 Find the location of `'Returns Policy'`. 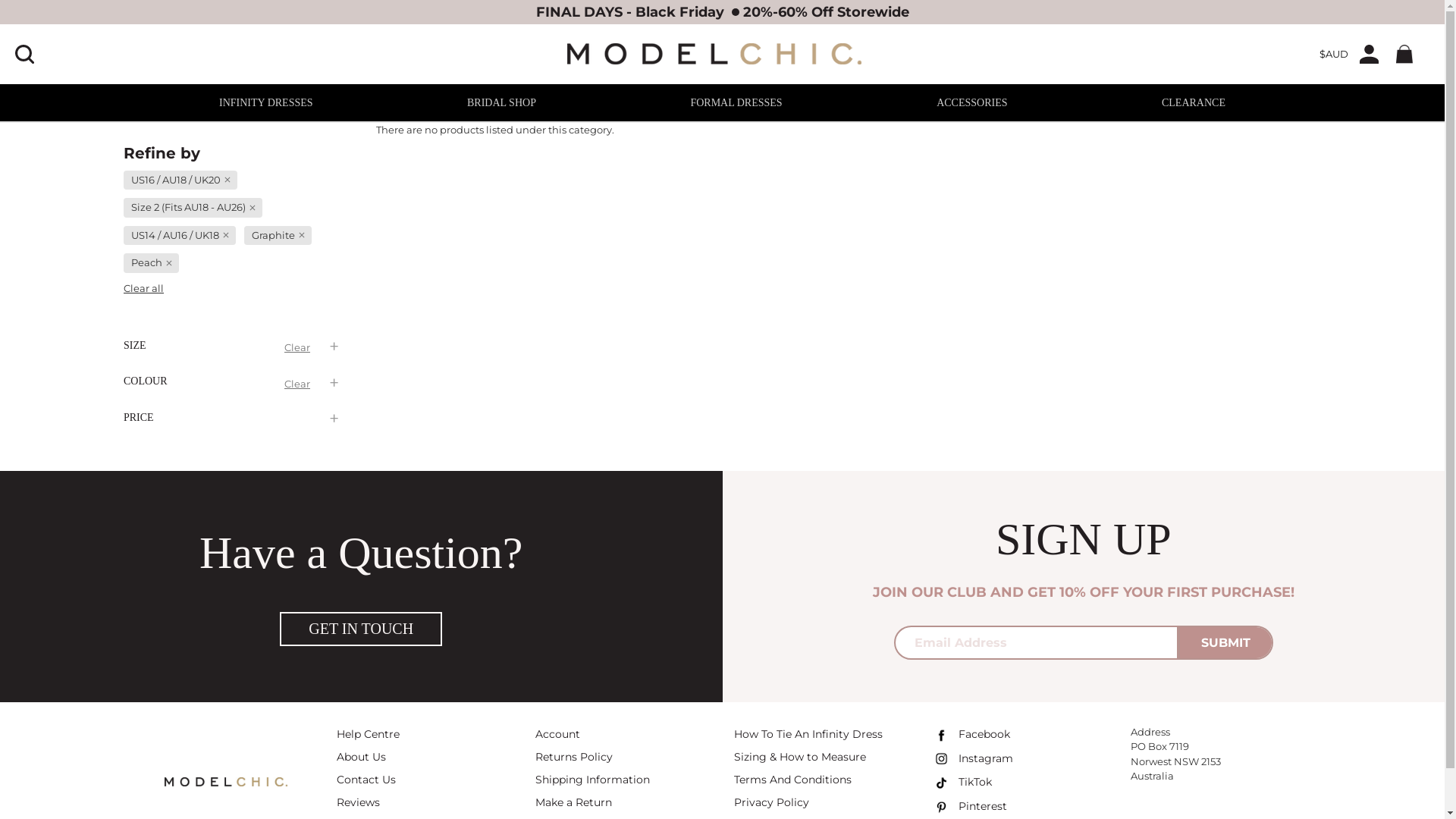

'Returns Policy' is located at coordinates (573, 759).